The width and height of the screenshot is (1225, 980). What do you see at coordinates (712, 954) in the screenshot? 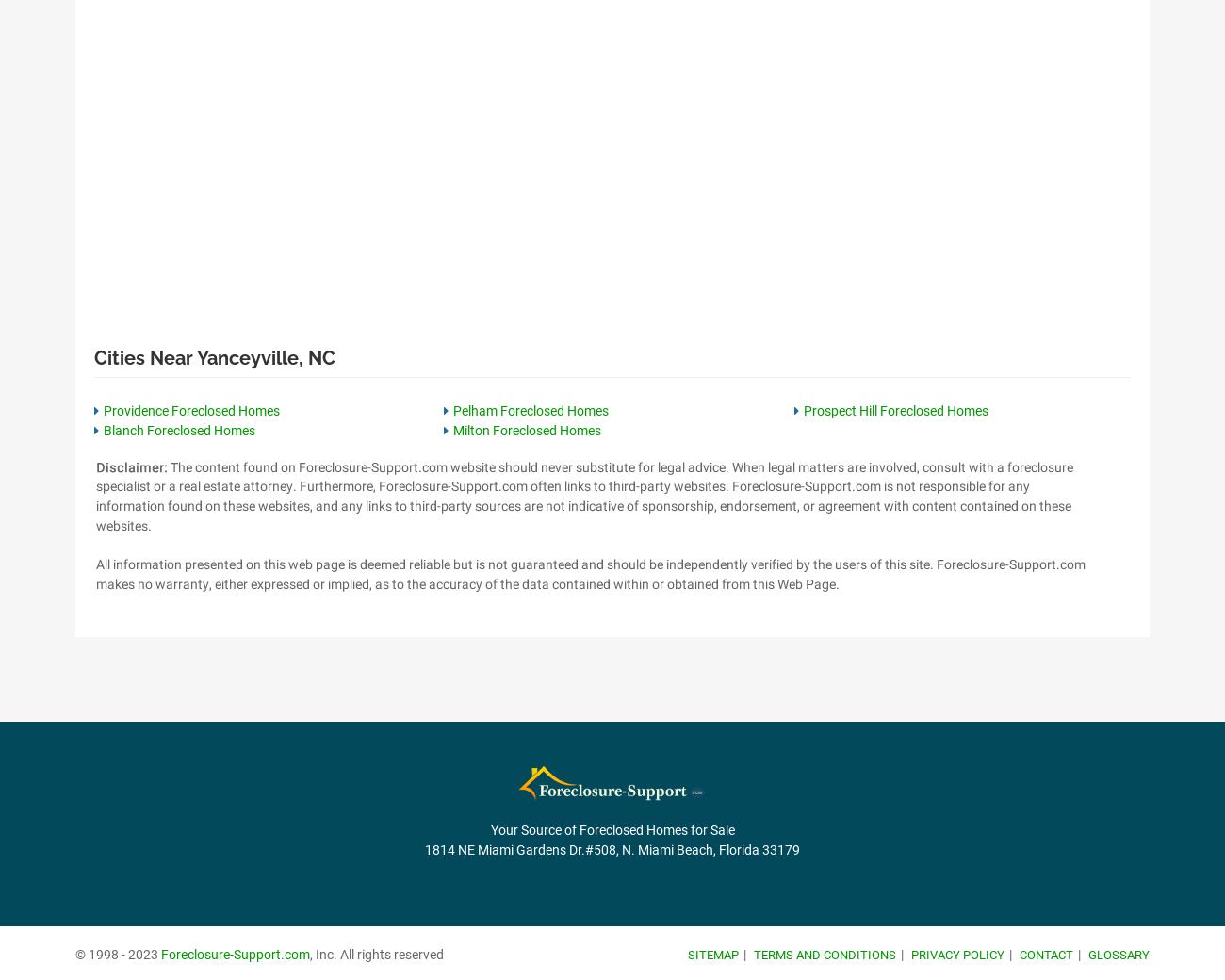
I see `'Sitemap'` at bounding box center [712, 954].